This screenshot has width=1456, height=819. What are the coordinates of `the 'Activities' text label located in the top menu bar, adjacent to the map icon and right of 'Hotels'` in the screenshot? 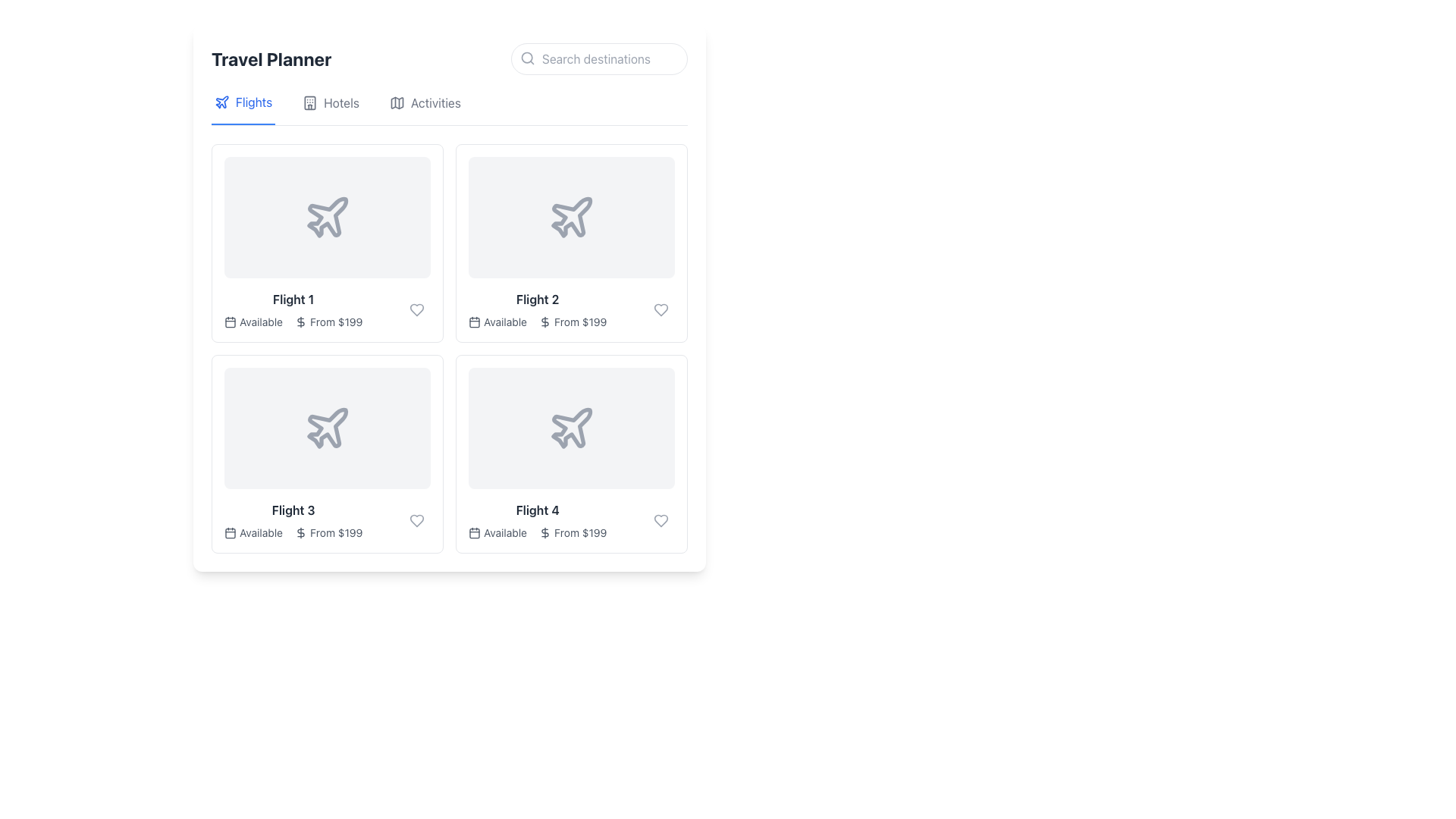 It's located at (435, 102).